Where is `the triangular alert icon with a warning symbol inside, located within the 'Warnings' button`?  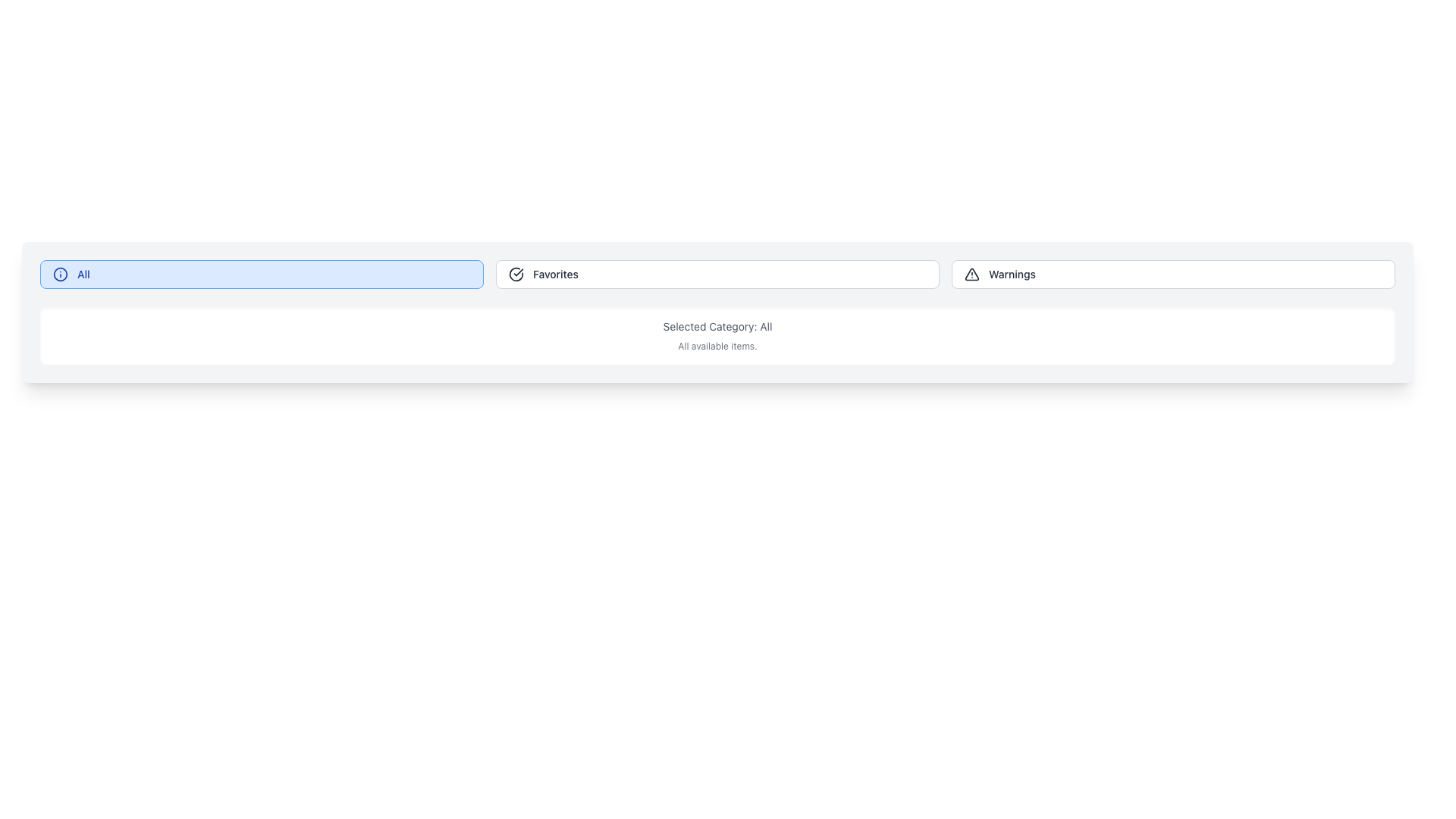
the triangular alert icon with a warning symbol inside, located within the 'Warnings' button is located at coordinates (971, 275).